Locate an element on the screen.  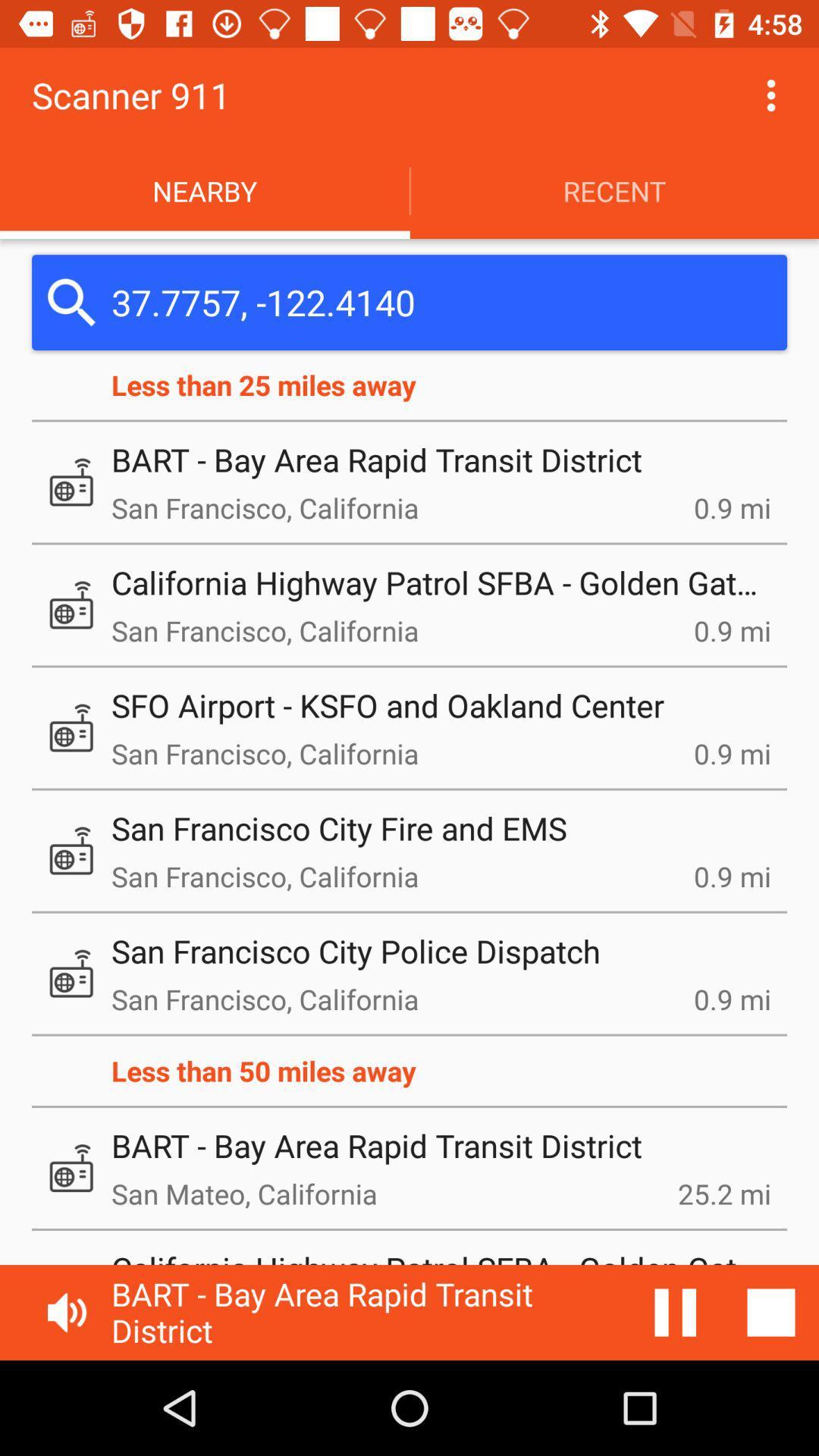
the more icon is located at coordinates (771, 94).